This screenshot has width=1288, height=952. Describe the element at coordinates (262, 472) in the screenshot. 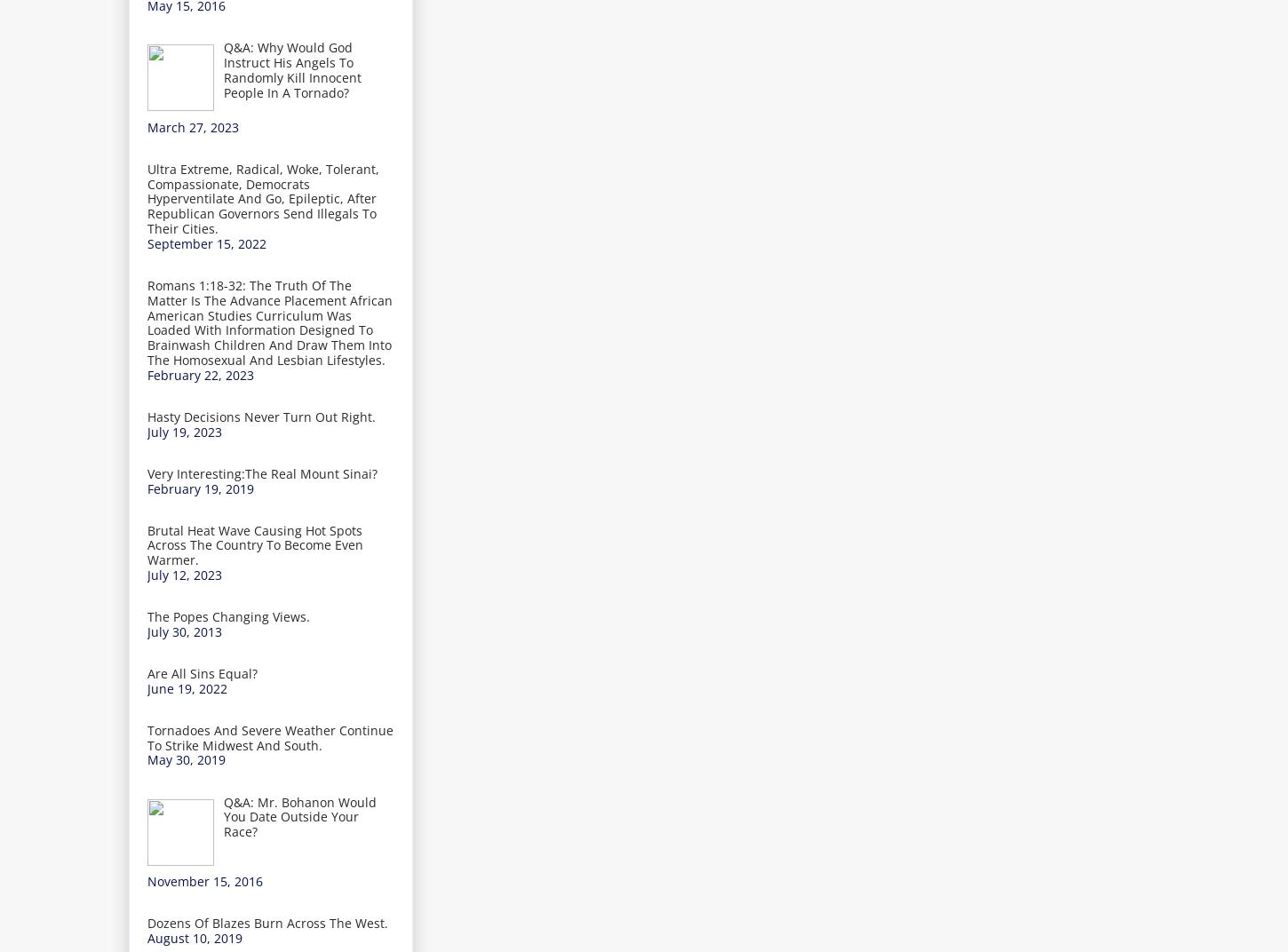

I see `'Very Interesting:The Real Mount Sinai?'` at that location.